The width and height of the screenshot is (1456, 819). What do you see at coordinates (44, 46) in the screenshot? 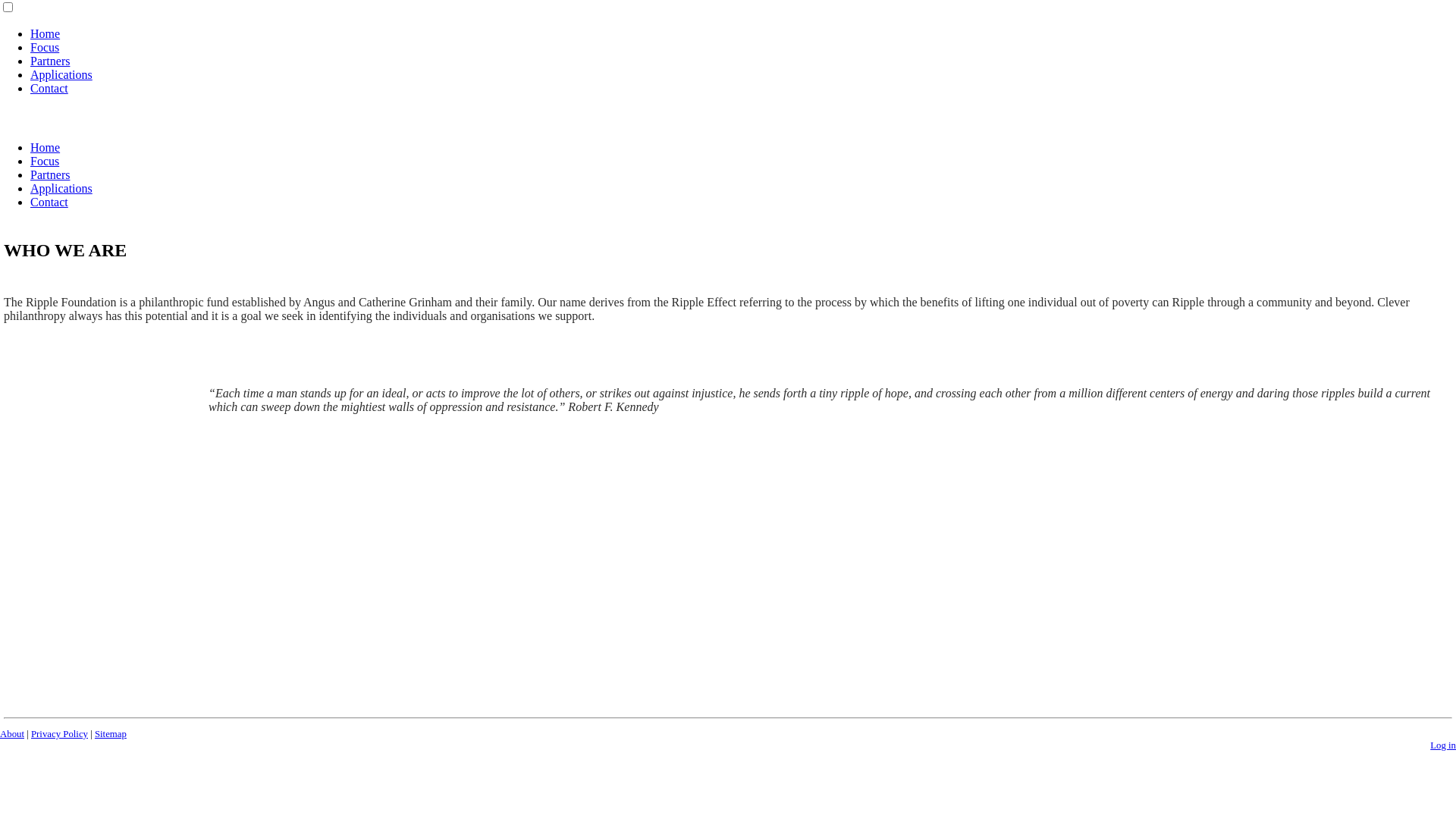
I see `'Focus'` at bounding box center [44, 46].